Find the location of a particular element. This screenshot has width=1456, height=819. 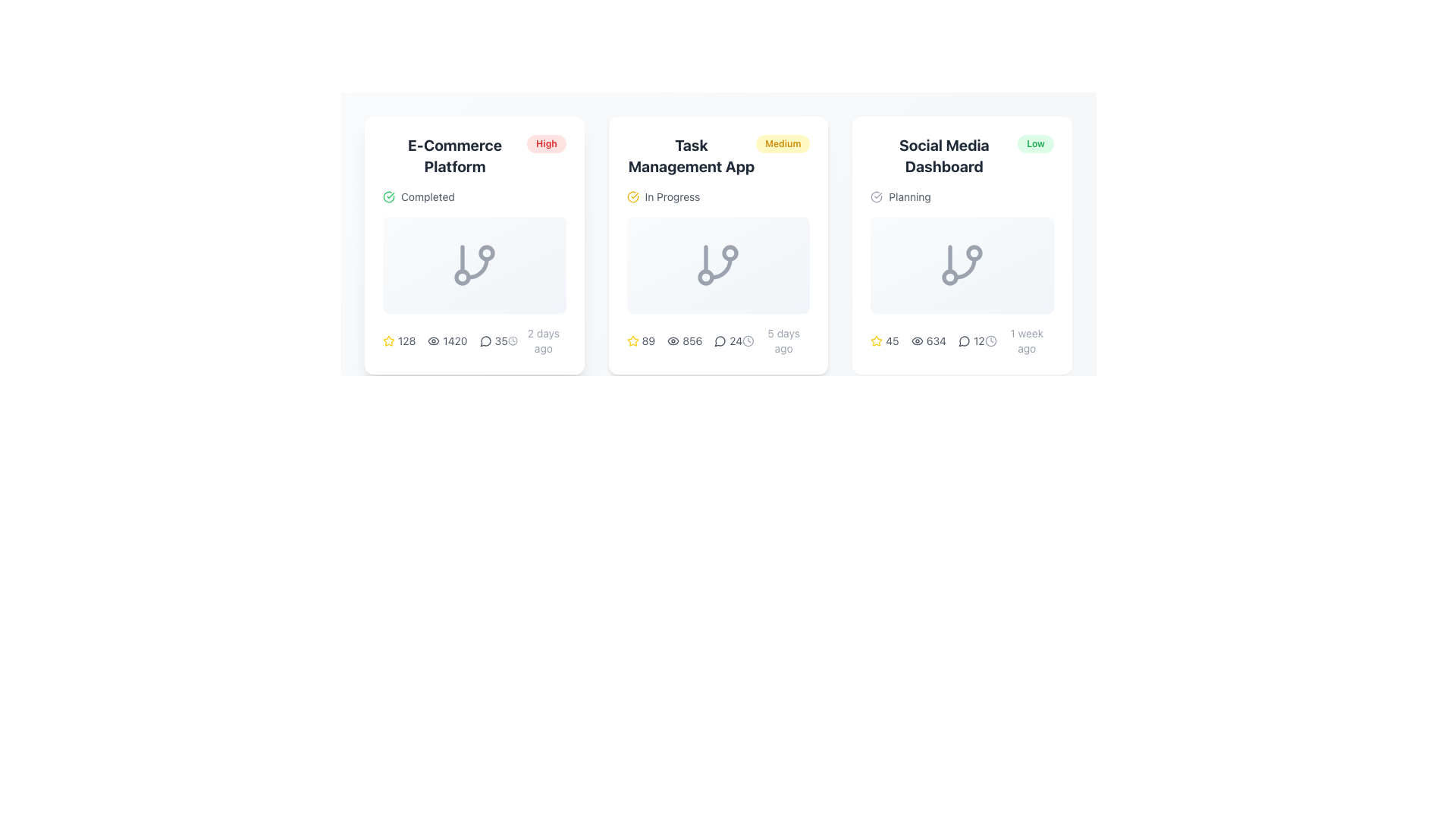

the clock icon, which is a minimalist circular icon with clock hands, located to the left of the text '1 week ago' in the bottom section of the 'Social Media Dashboard' card is located at coordinates (990, 341).